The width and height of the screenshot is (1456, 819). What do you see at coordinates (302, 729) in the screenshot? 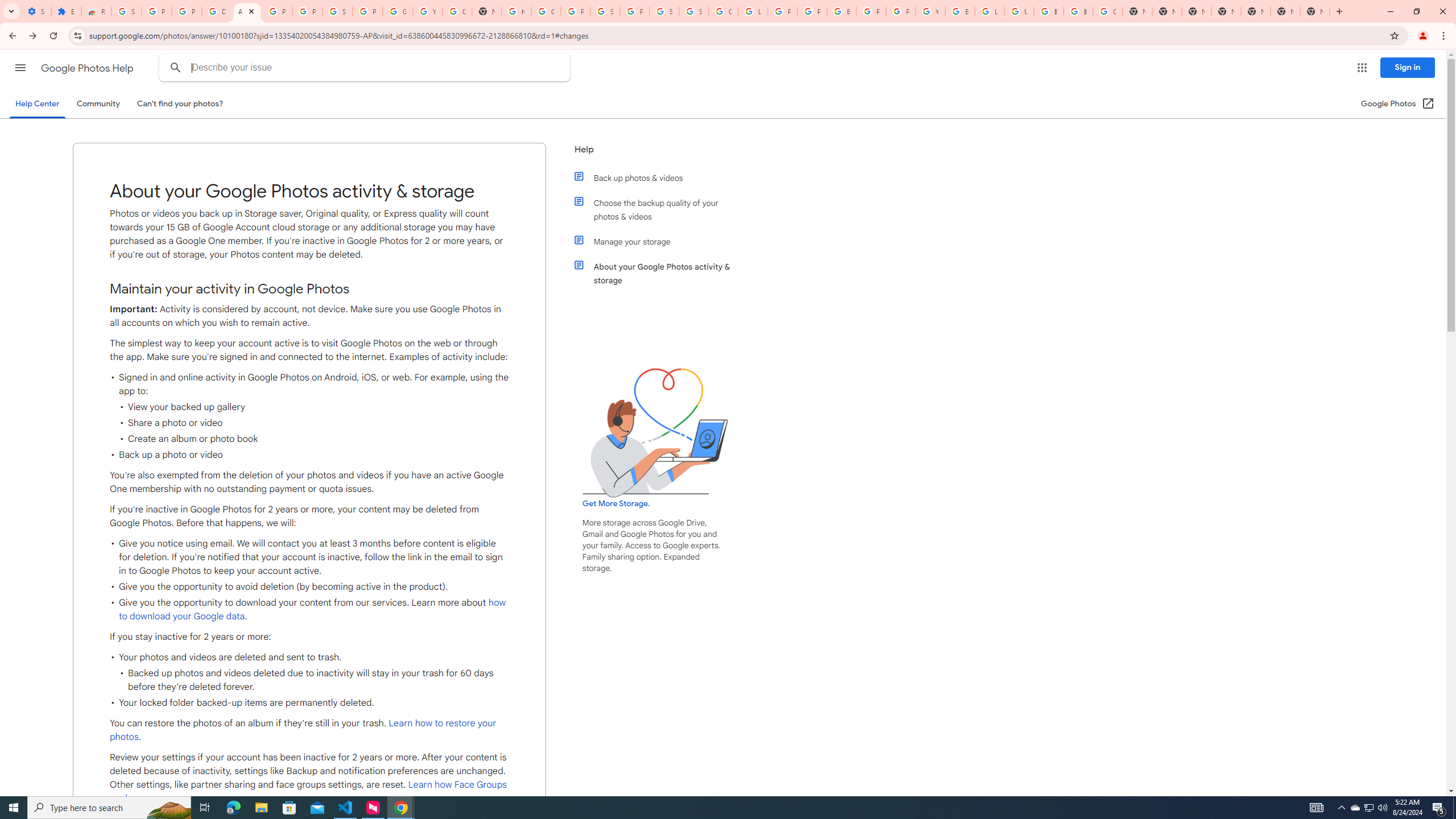
I see `'Learn how to restore your photos'` at bounding box center [302, 729].